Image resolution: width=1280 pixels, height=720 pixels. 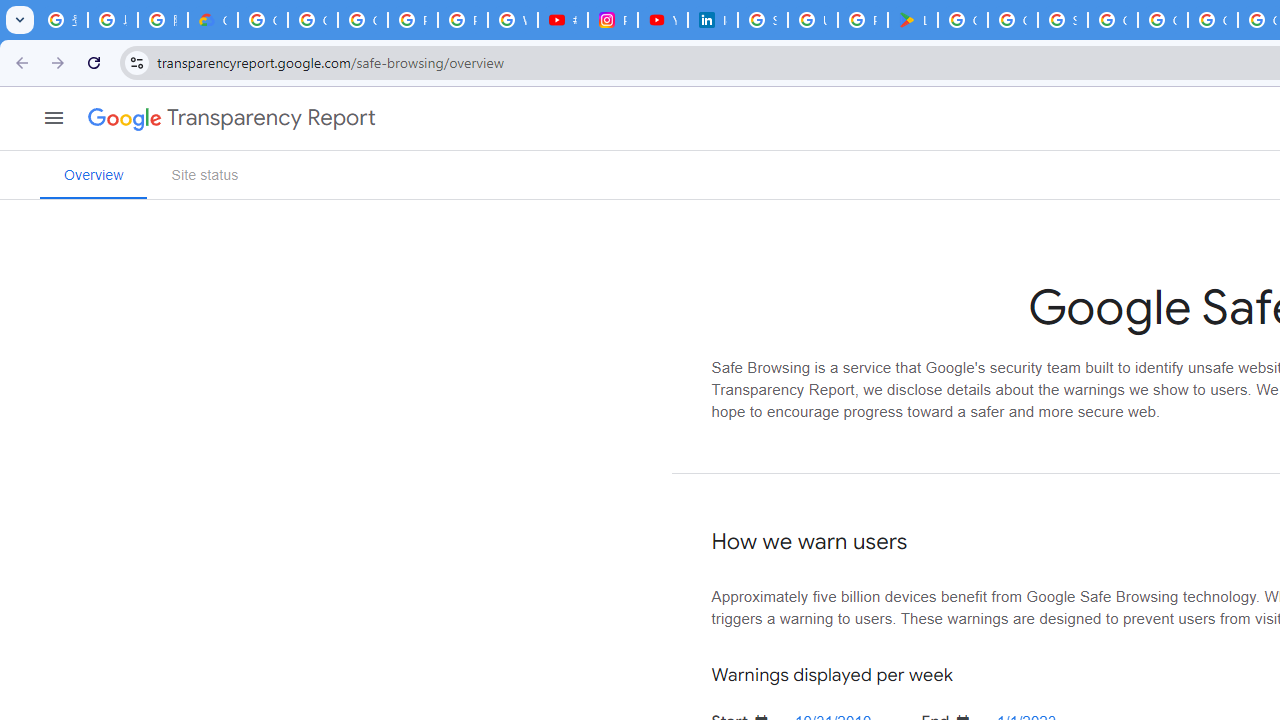 What do you see at coordinates (762, 20) in the screenshot?
I see `'Sign in - Google Accounts'` at bounding box center [762, 20].